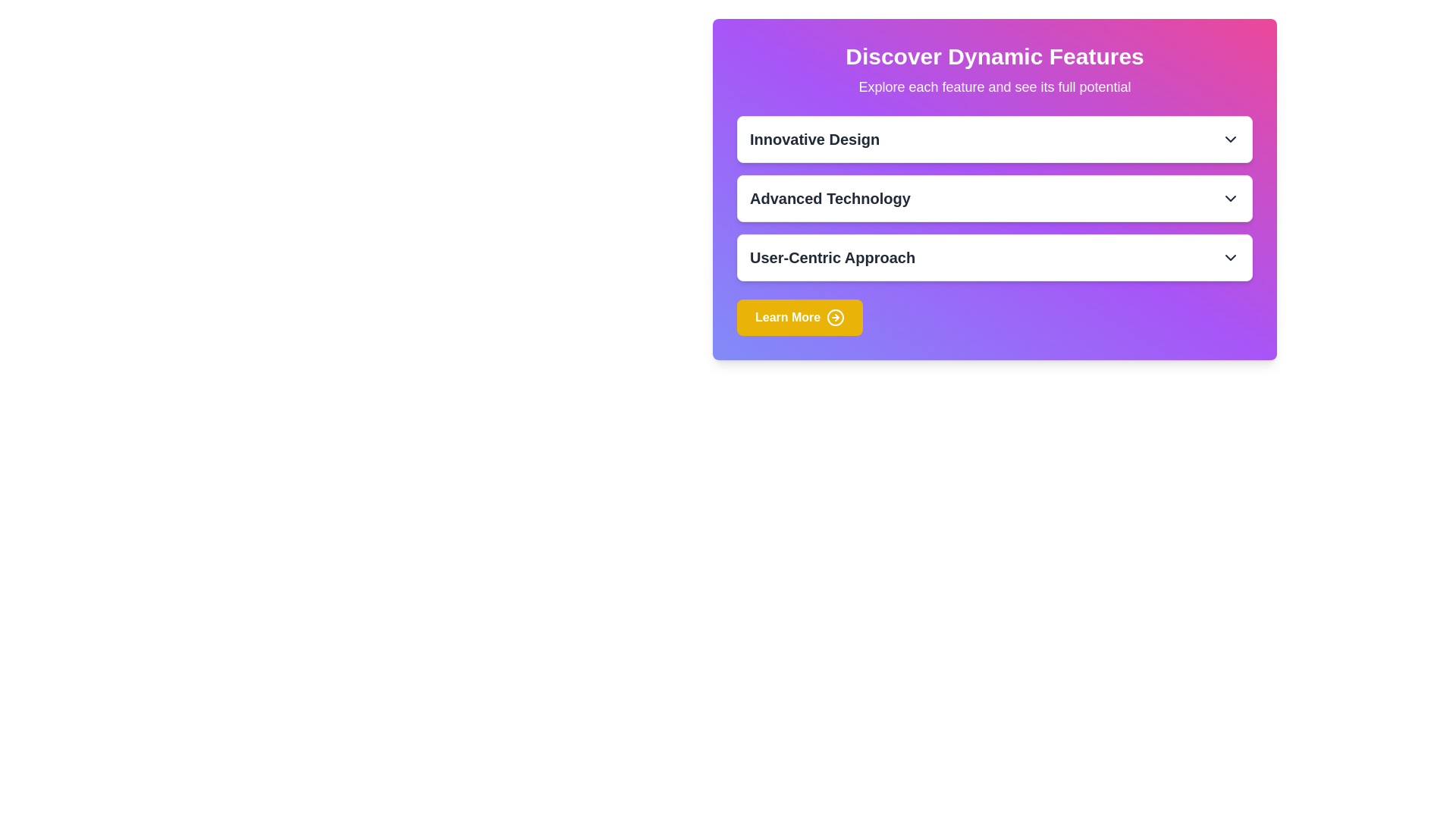 The height and width of the screenshot is (819, 1456). Describe the element at coordinates (1230, 198) in the screenshot. I see `the dropdown indicator icon located to the right of the 'Advanced Technology' label` at that location.